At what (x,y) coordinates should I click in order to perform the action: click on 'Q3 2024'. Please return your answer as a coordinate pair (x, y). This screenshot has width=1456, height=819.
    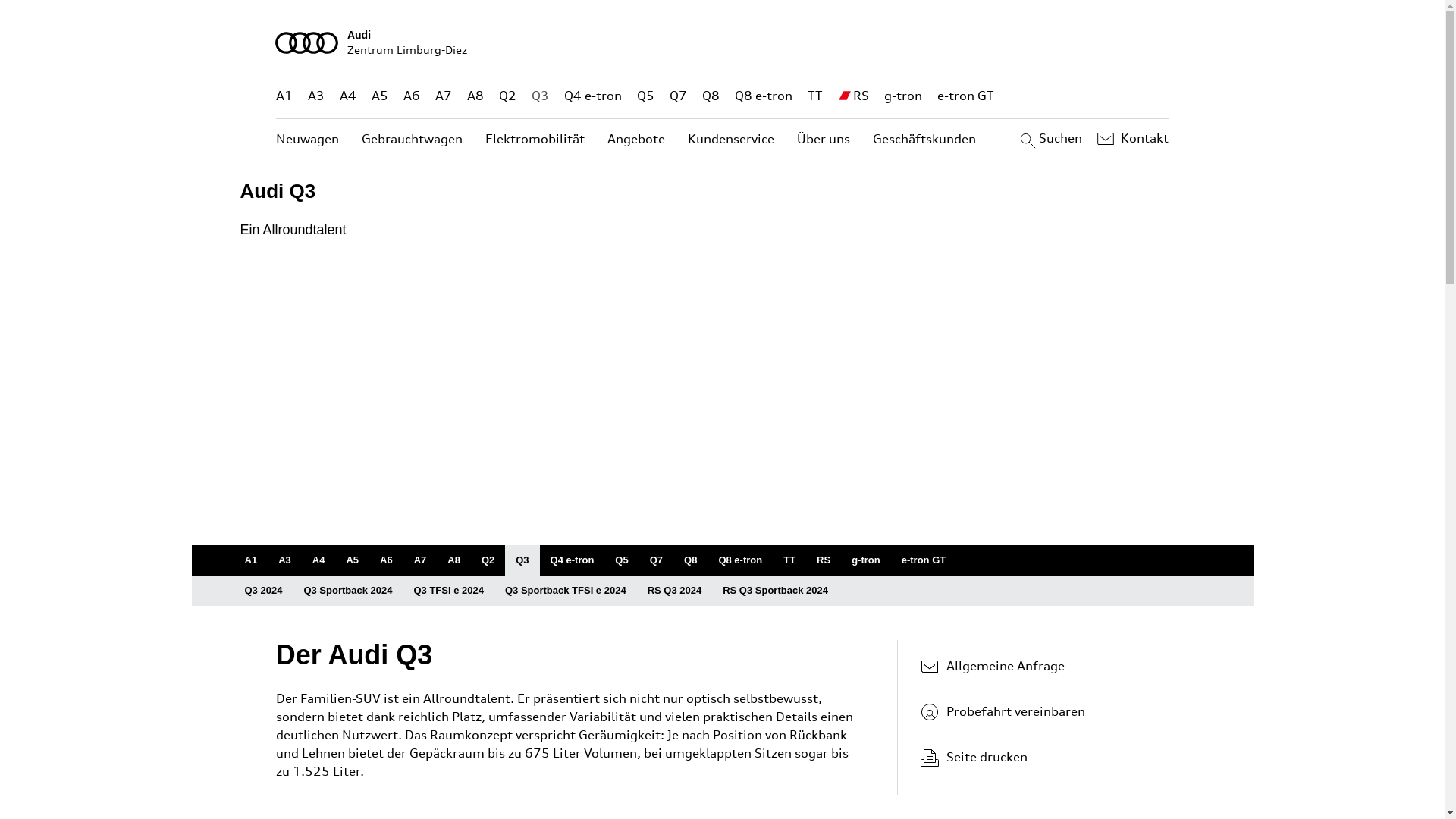
    Looking at the image, I should click on (262, 590).